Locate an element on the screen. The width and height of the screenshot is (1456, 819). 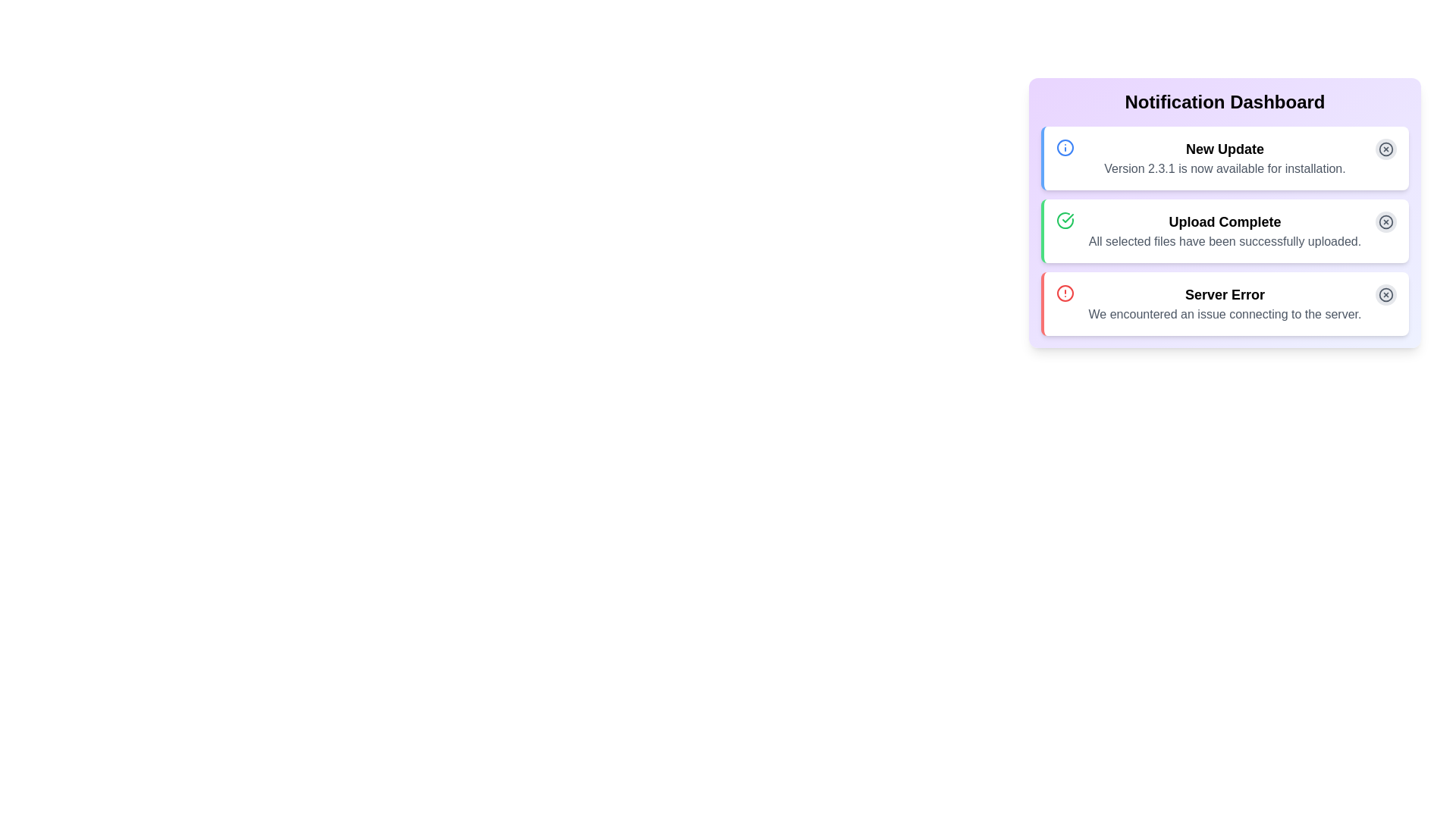
the circular button with an 'X' icon in the top-right corner of the 'Upload Complete' notification box to change its background color is located at coordinates (1386, 222).